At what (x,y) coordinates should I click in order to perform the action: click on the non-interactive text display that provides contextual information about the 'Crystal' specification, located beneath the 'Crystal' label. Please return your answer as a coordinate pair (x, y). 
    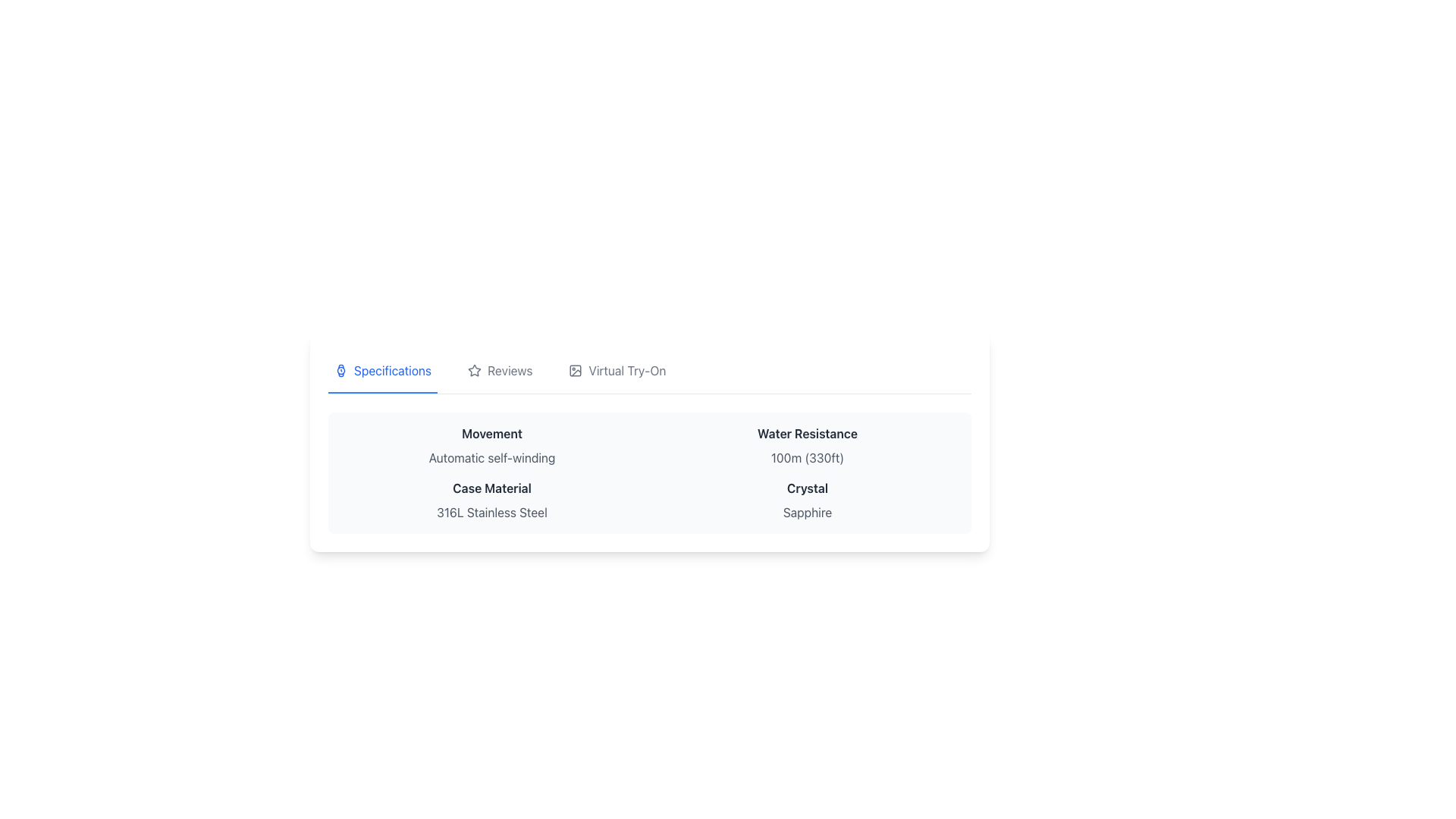
    Looking at the image, I should click on (807, 512).